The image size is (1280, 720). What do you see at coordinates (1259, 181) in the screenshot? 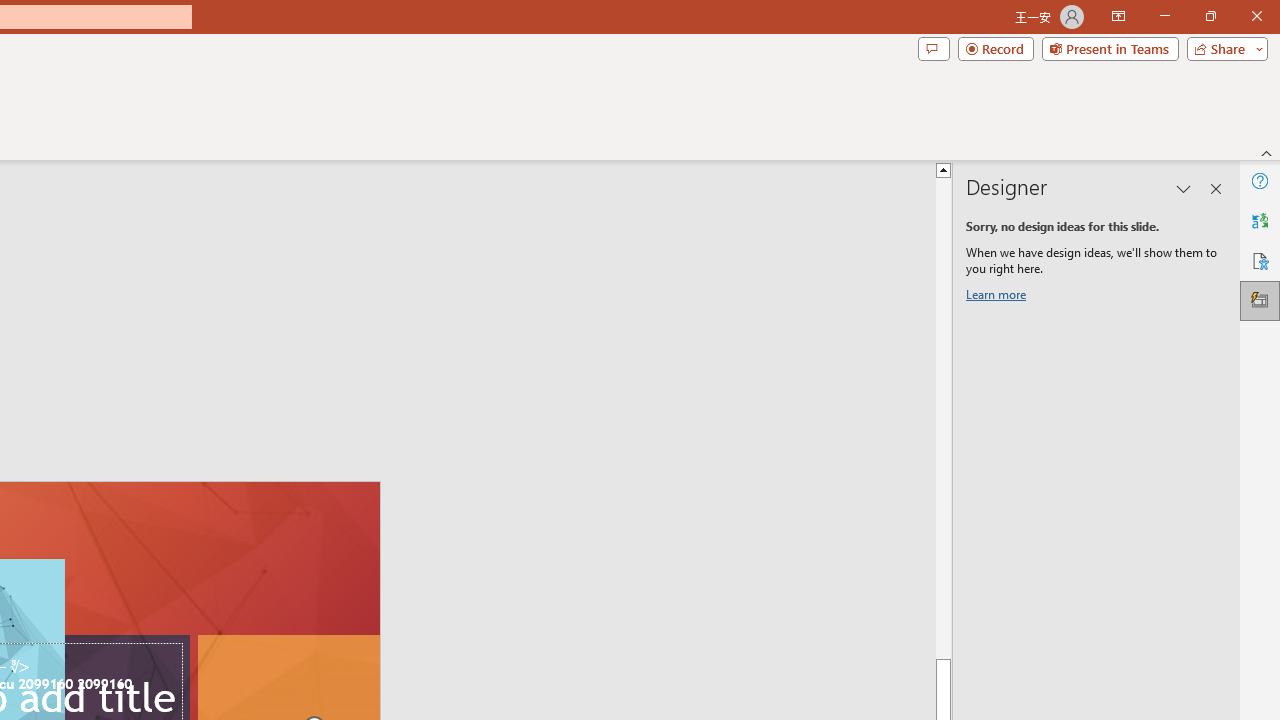
I see `'Help'` at bounding box center [1259, 181].